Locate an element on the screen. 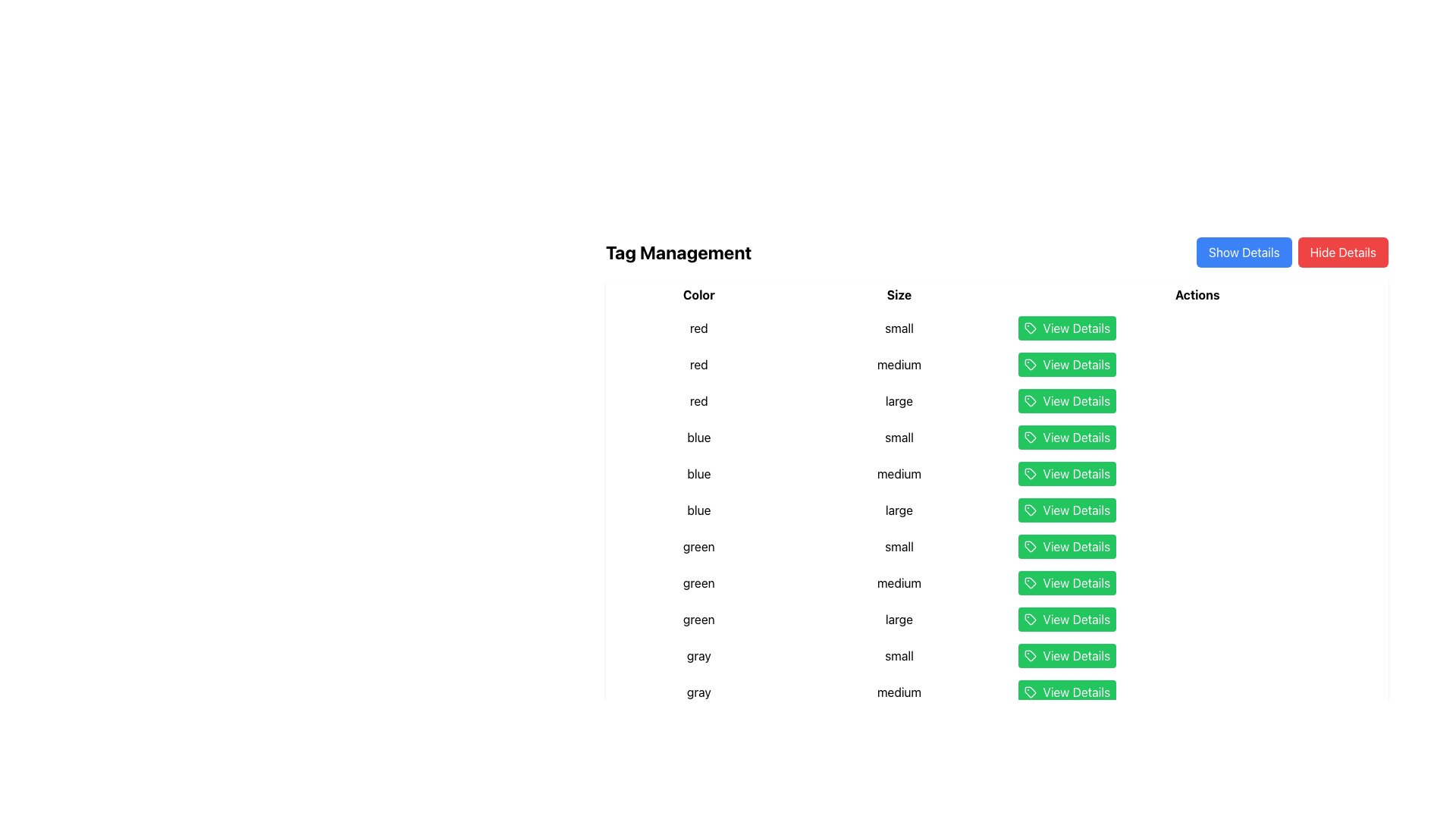  the text component displaying the word 'blue' in lowercase, located in the fourth row of the 'Color' column within a table structure is located at coordinates (698, 438).